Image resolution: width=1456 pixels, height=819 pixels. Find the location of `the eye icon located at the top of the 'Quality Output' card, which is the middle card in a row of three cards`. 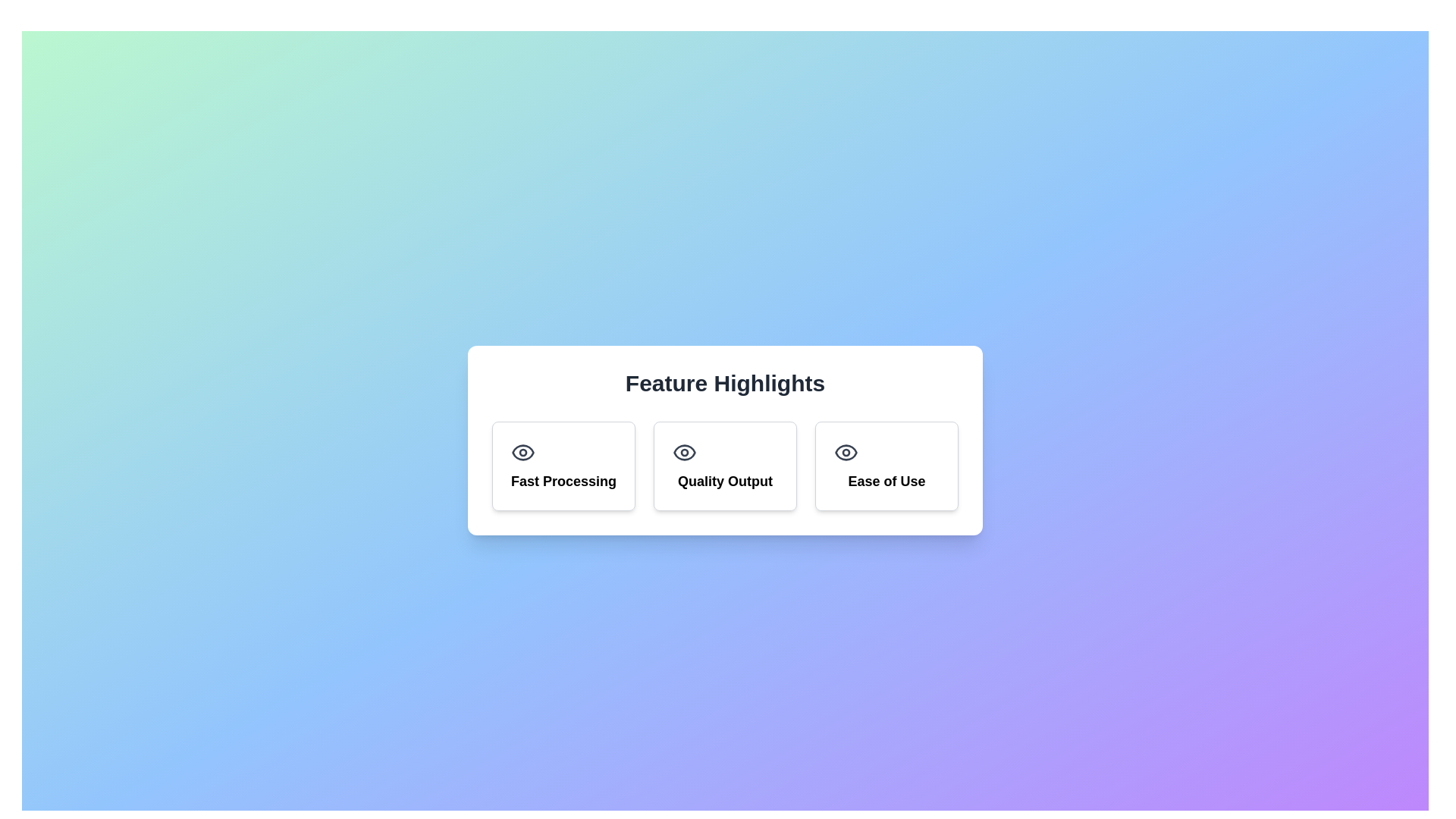

the eye icon located at the top of the 'Quality Output' card, which is the middle card in a row of three cards is located at coordinates (683, 452).